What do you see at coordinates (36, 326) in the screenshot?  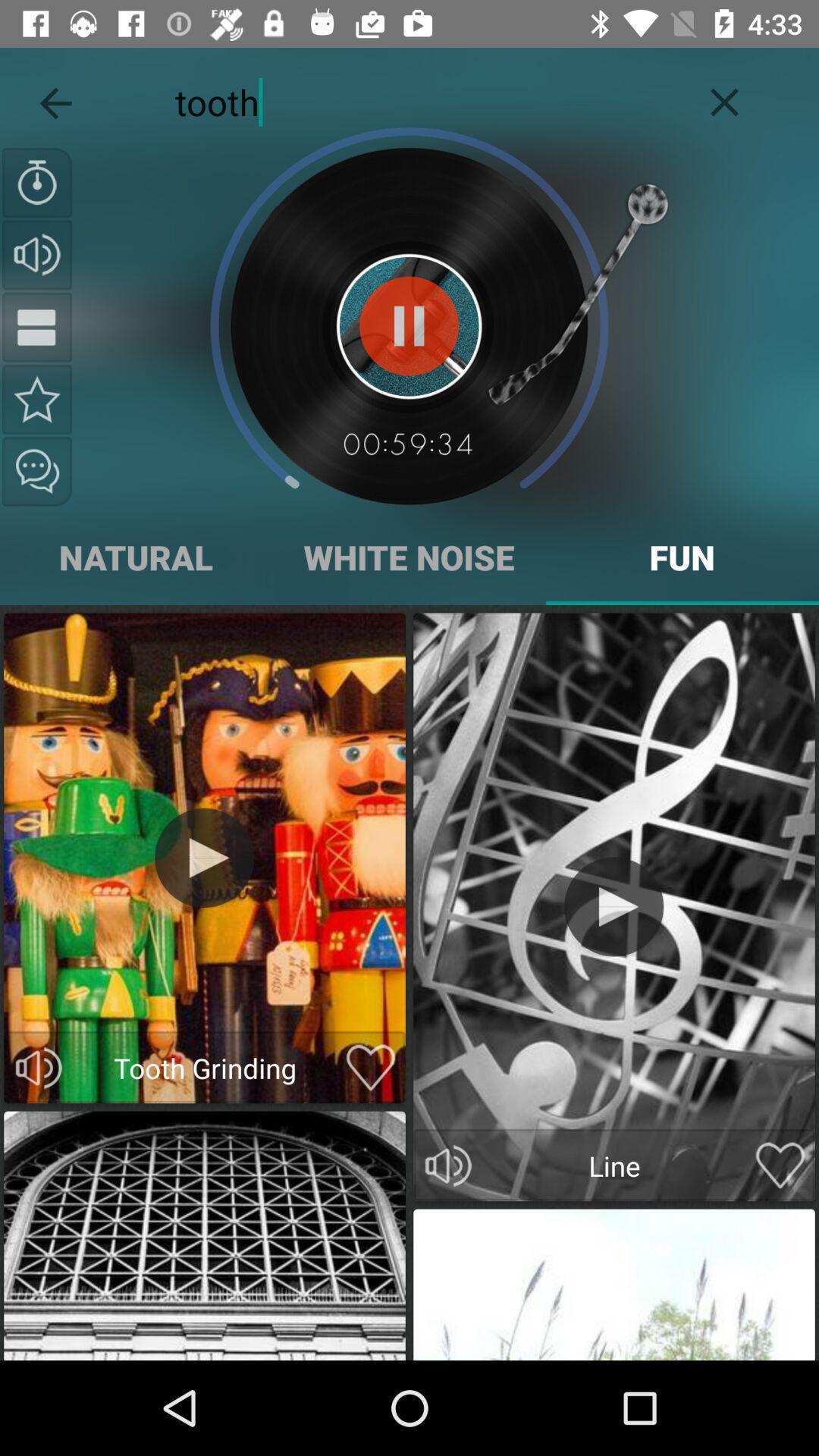 I see `pause` at bounding box center [36, 326].